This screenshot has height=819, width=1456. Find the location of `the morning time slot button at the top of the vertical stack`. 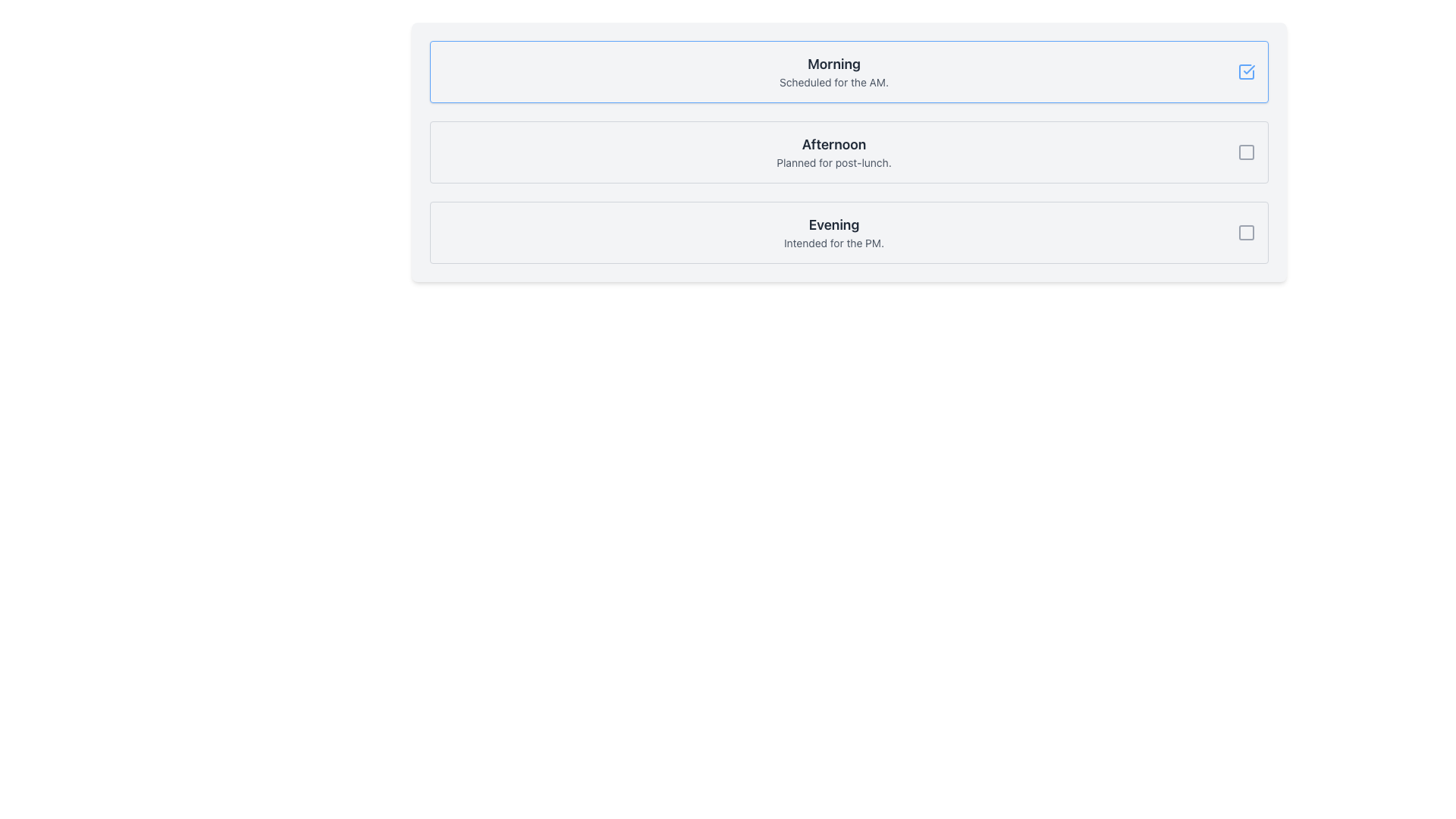

the morning time slot button at the top of the vertical stack is located at coordinates (848, 72).